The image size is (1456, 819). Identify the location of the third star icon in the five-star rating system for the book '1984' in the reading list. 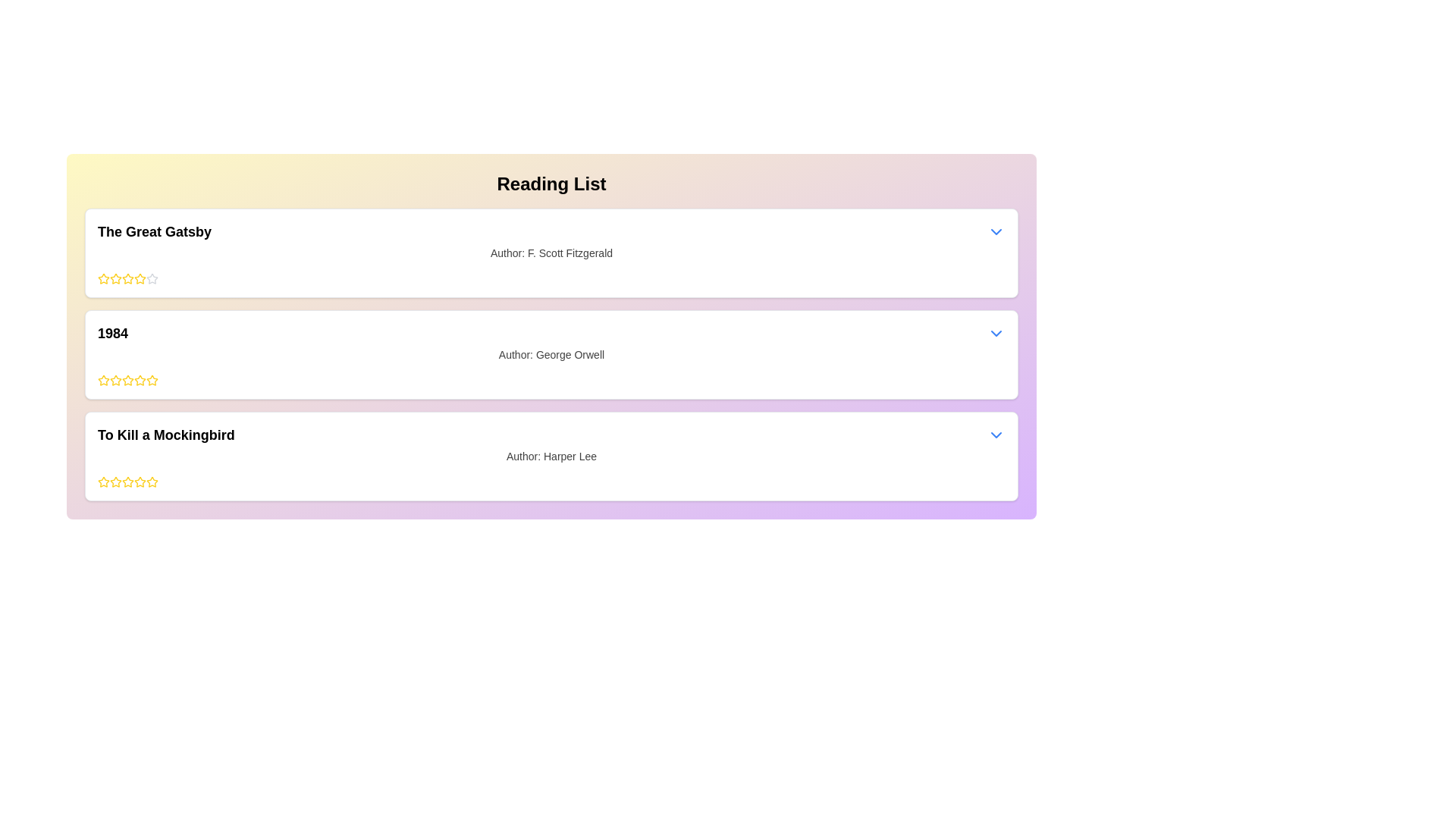
(140, 379).